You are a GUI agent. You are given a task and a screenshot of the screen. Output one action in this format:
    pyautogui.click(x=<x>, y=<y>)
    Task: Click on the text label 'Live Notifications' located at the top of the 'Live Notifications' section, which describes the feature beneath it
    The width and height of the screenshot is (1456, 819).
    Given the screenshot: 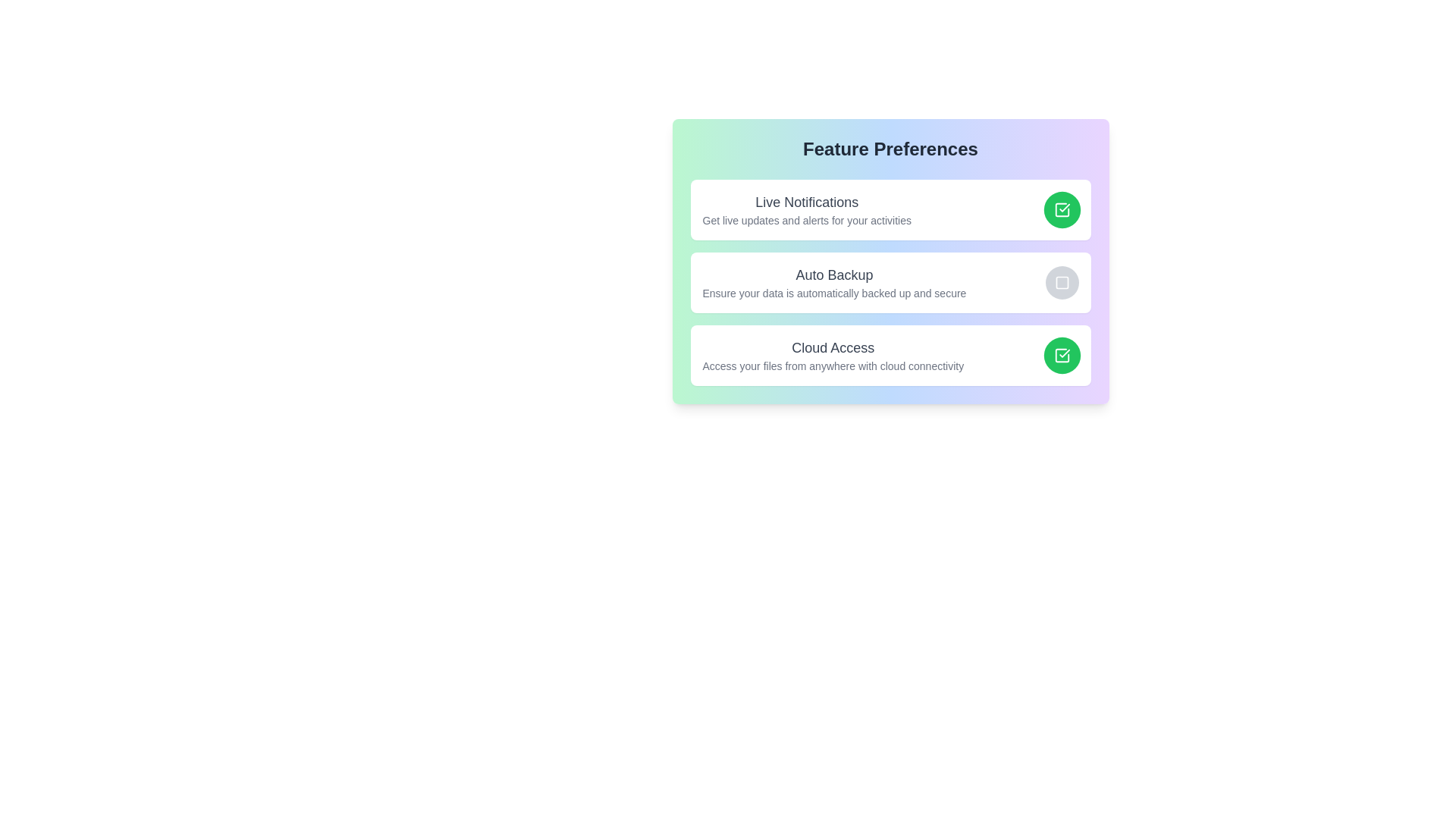 What is the action you would take?
    pyautogui.click(x=806, y=201)
    